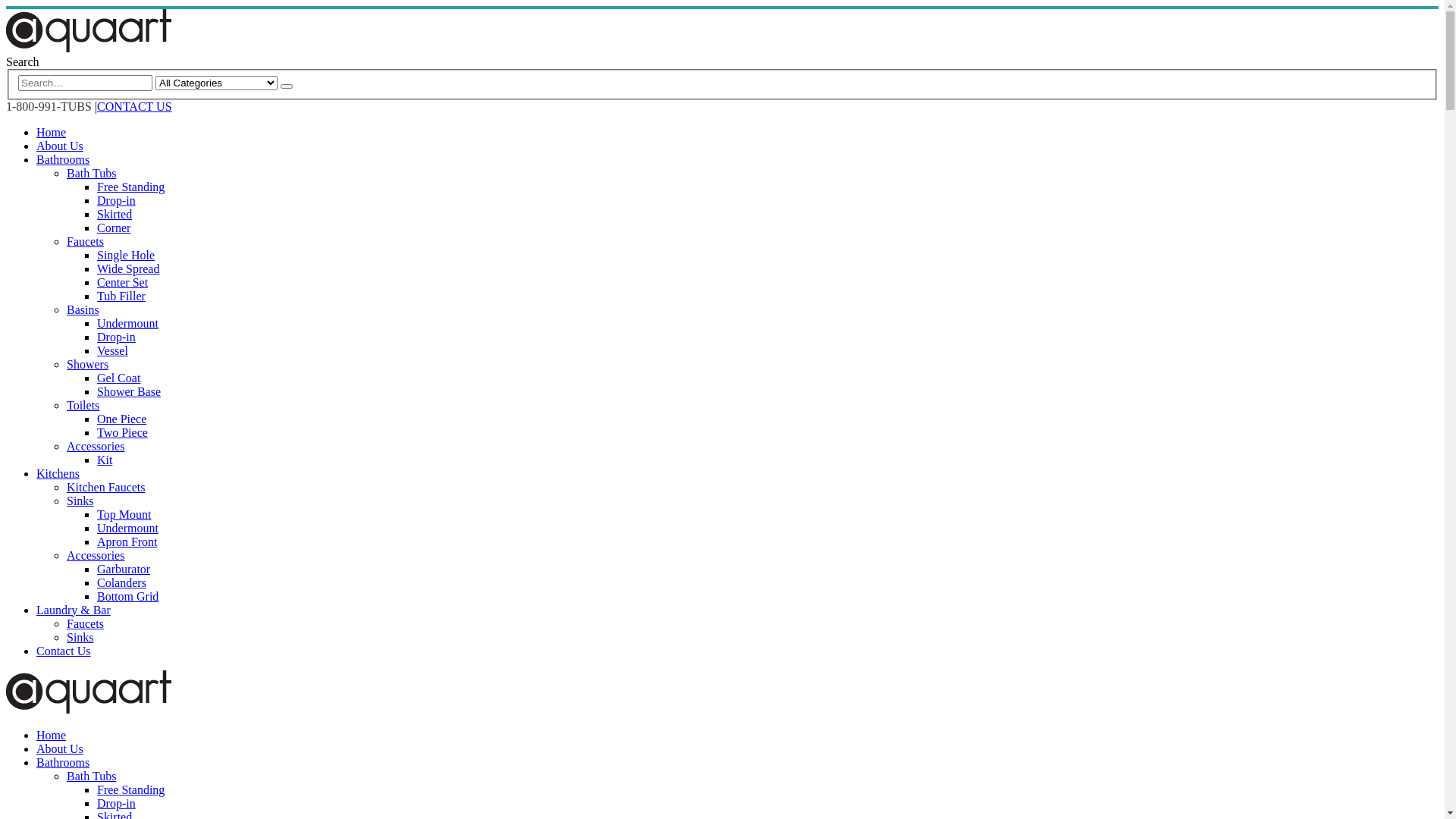 This screenshot has width=1456, height=819. What do you see at coordinates (130, 186) in the screenshot?
I see `'Free Standing'` at bounding box center [130, 186].